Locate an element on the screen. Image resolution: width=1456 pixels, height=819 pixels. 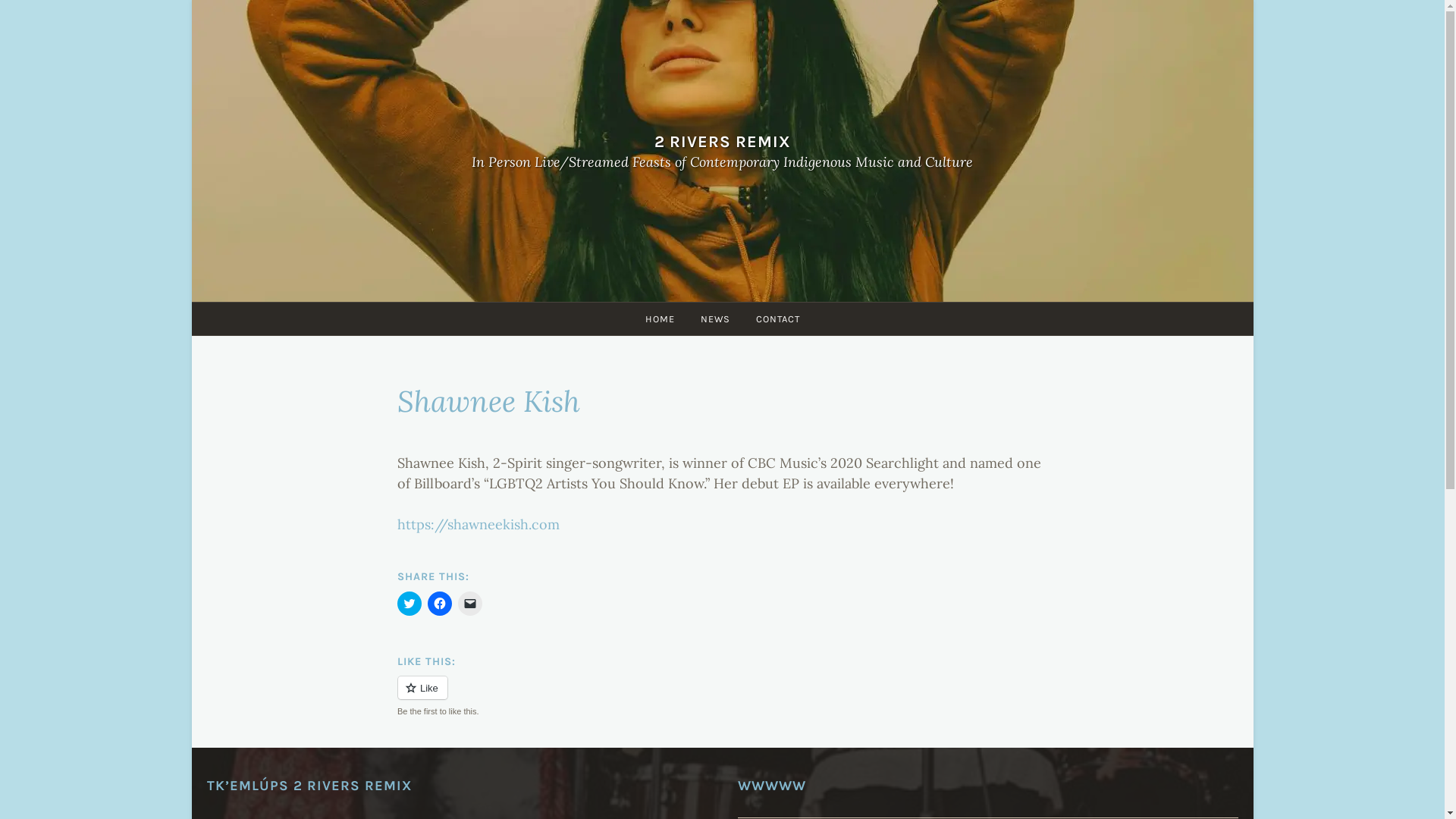
'https://shawneekish.com' is located at coordinates (477, 523).